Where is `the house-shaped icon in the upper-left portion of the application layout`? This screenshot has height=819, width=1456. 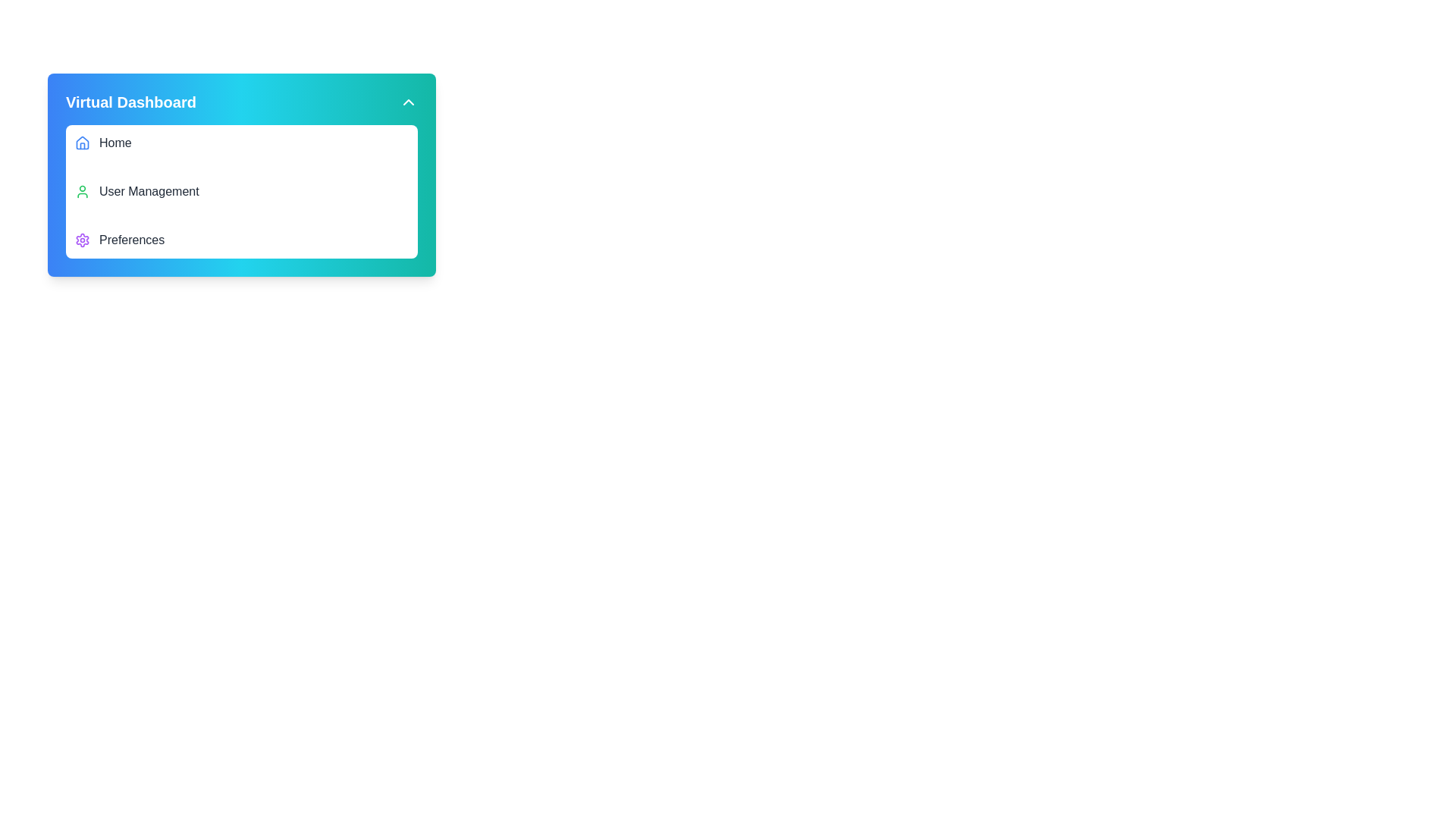 the house-shaped icon in the upper-left portion of the application layout is located at coordinates (82, 143).